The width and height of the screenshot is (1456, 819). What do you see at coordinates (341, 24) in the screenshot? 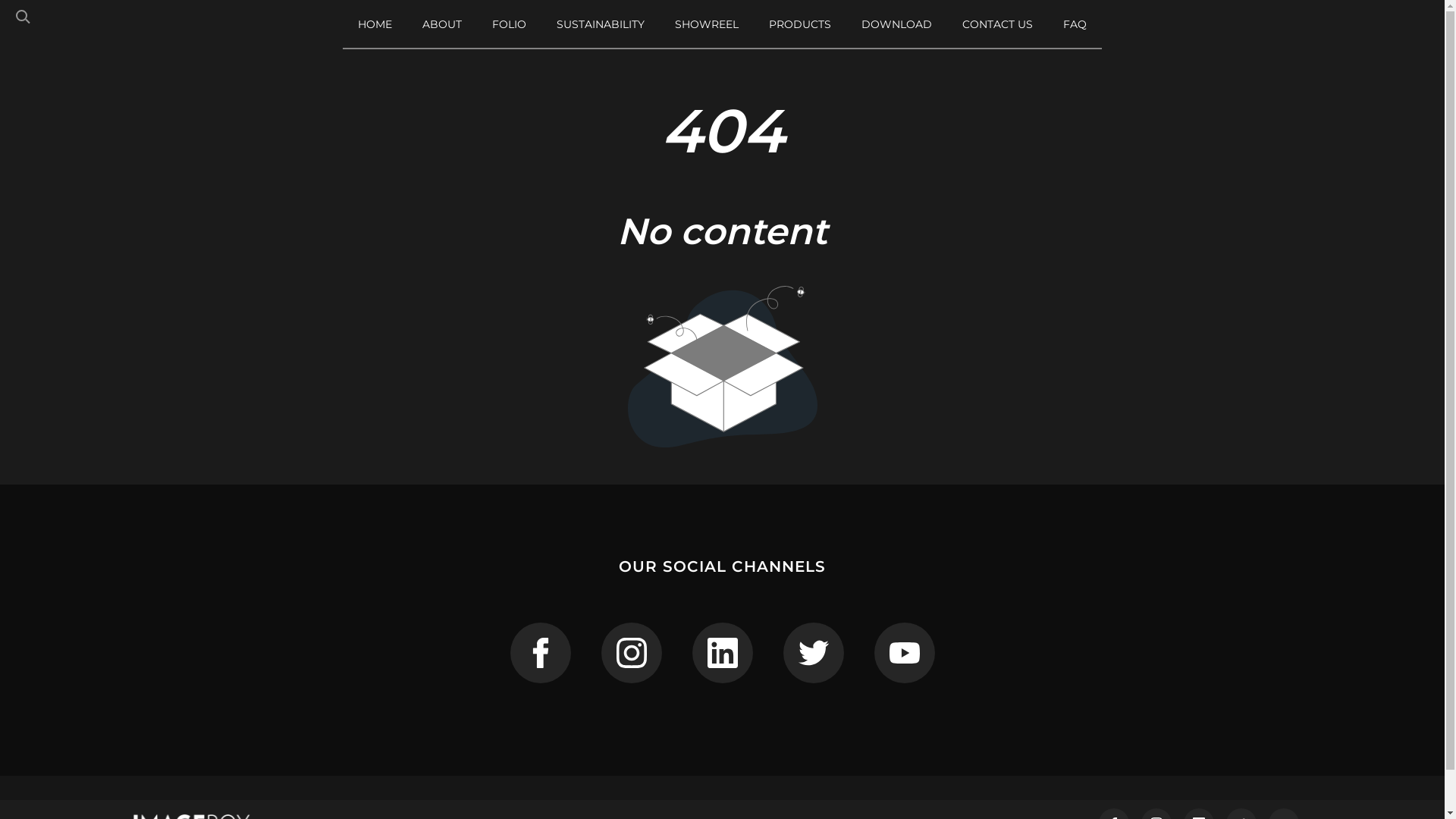
I see `'HOME'` at bounding box center [341, 24].